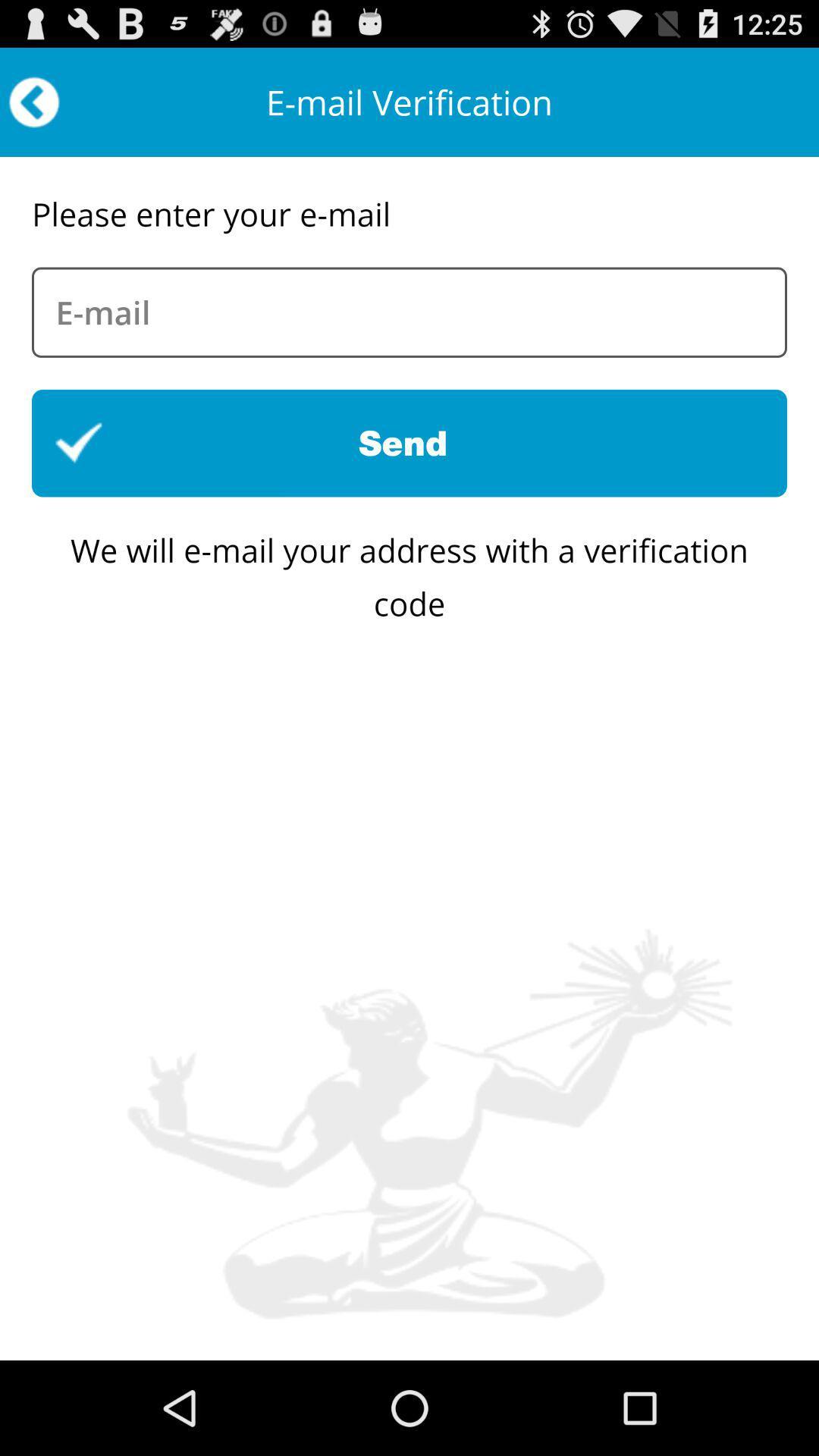  I want to click on email address, so click(409, 312).